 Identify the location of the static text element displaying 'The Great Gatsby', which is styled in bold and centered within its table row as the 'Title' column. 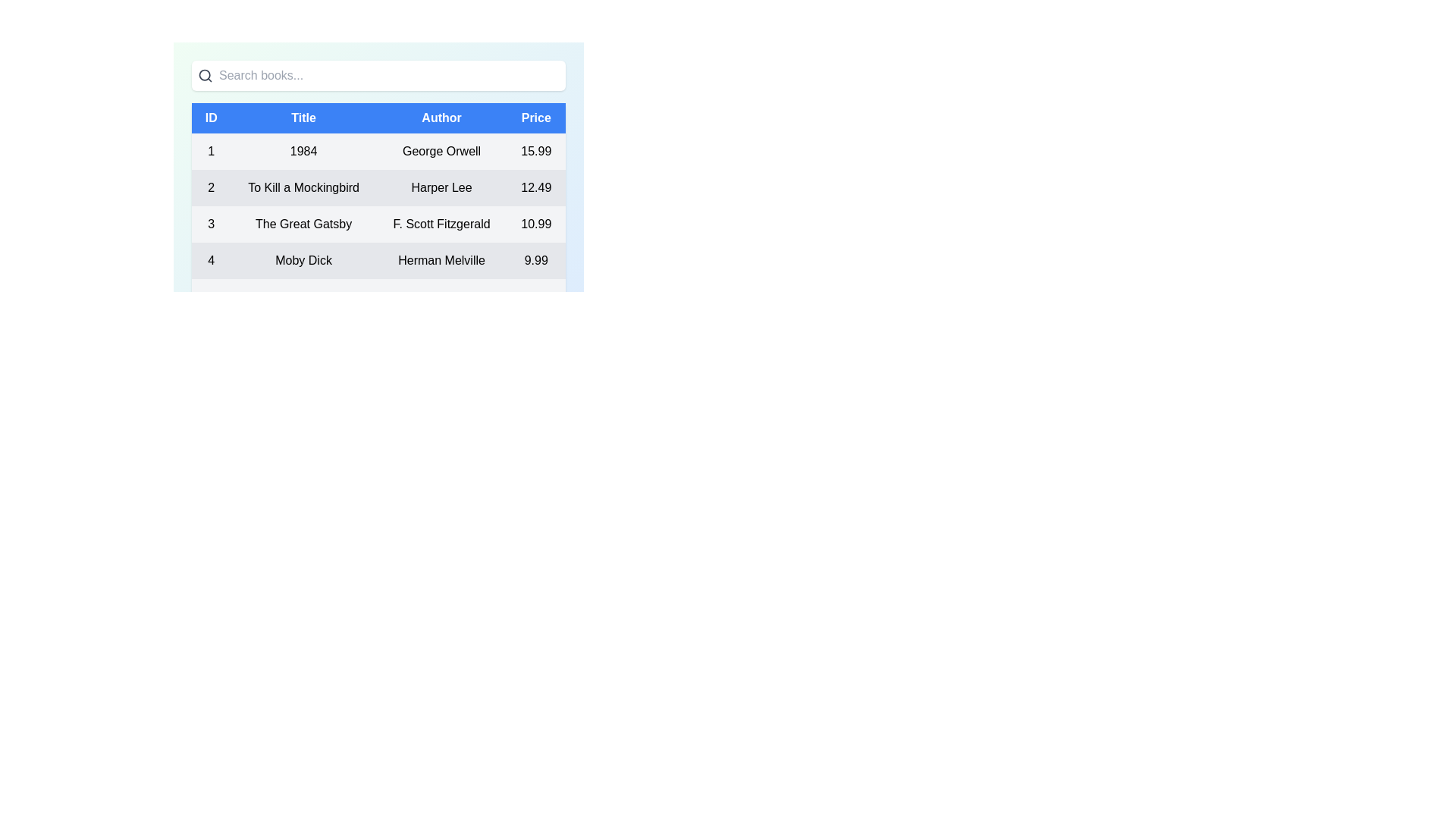
(303, 224).